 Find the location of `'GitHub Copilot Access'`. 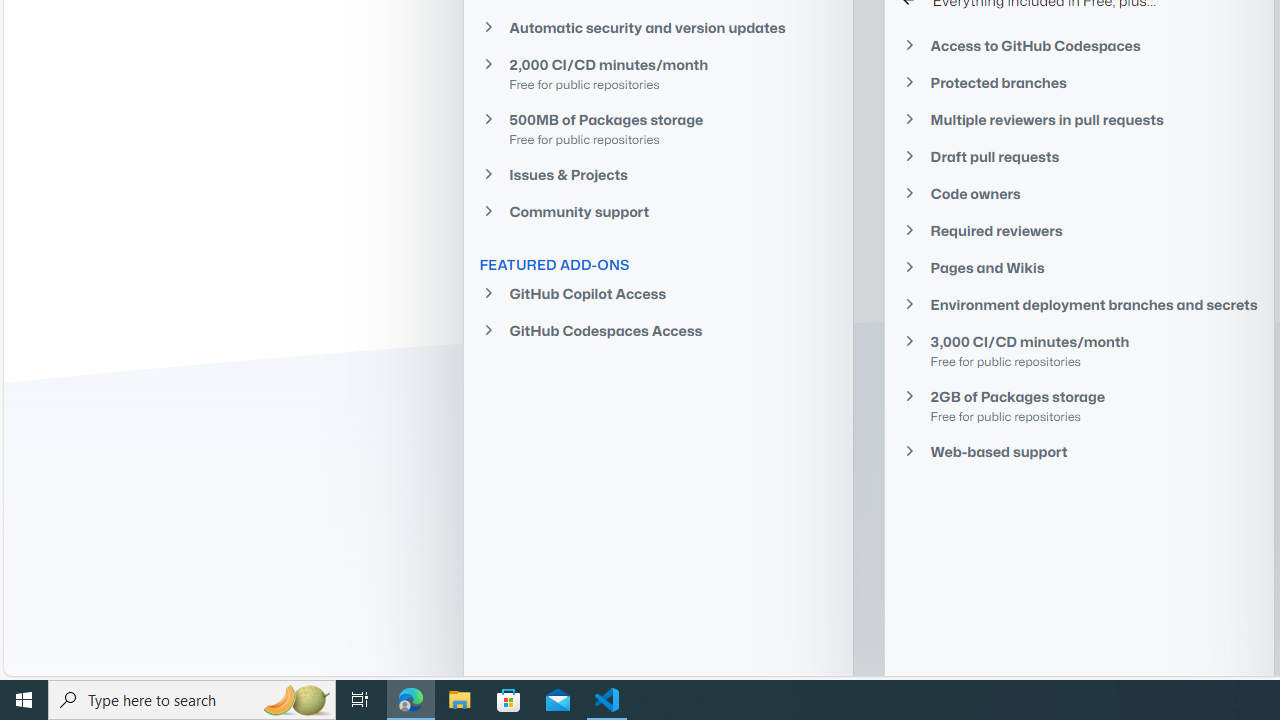

'GitHub Copilot Access' is located at coordinates (657, 293).